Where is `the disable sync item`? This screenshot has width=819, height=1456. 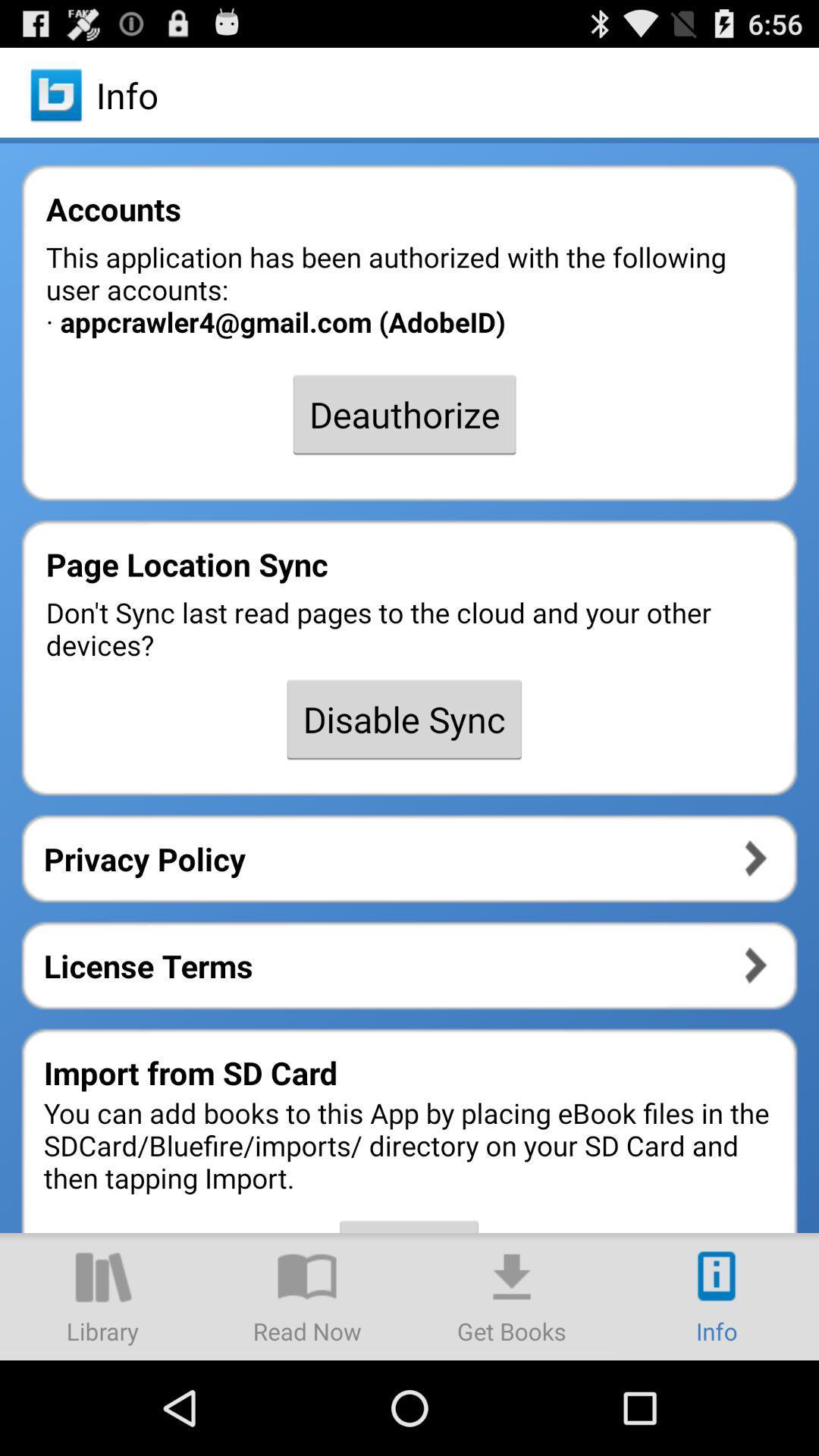 the disable sync item is located at coordinates (403, 718).